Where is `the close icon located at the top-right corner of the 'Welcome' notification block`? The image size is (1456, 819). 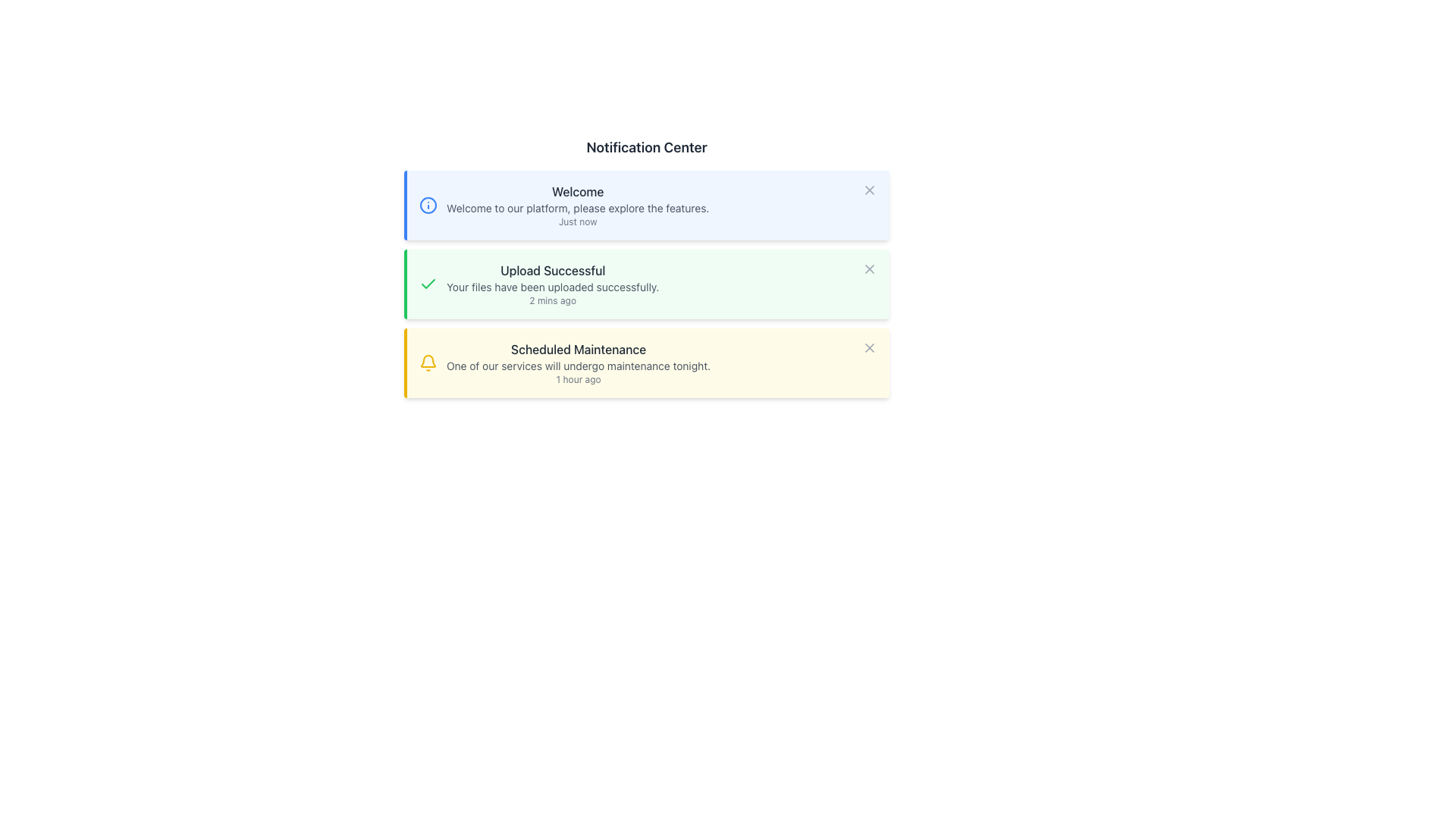 the close icon located at the top-right corner of the 'Welcome' notification block is located at coordinates (870, 189).